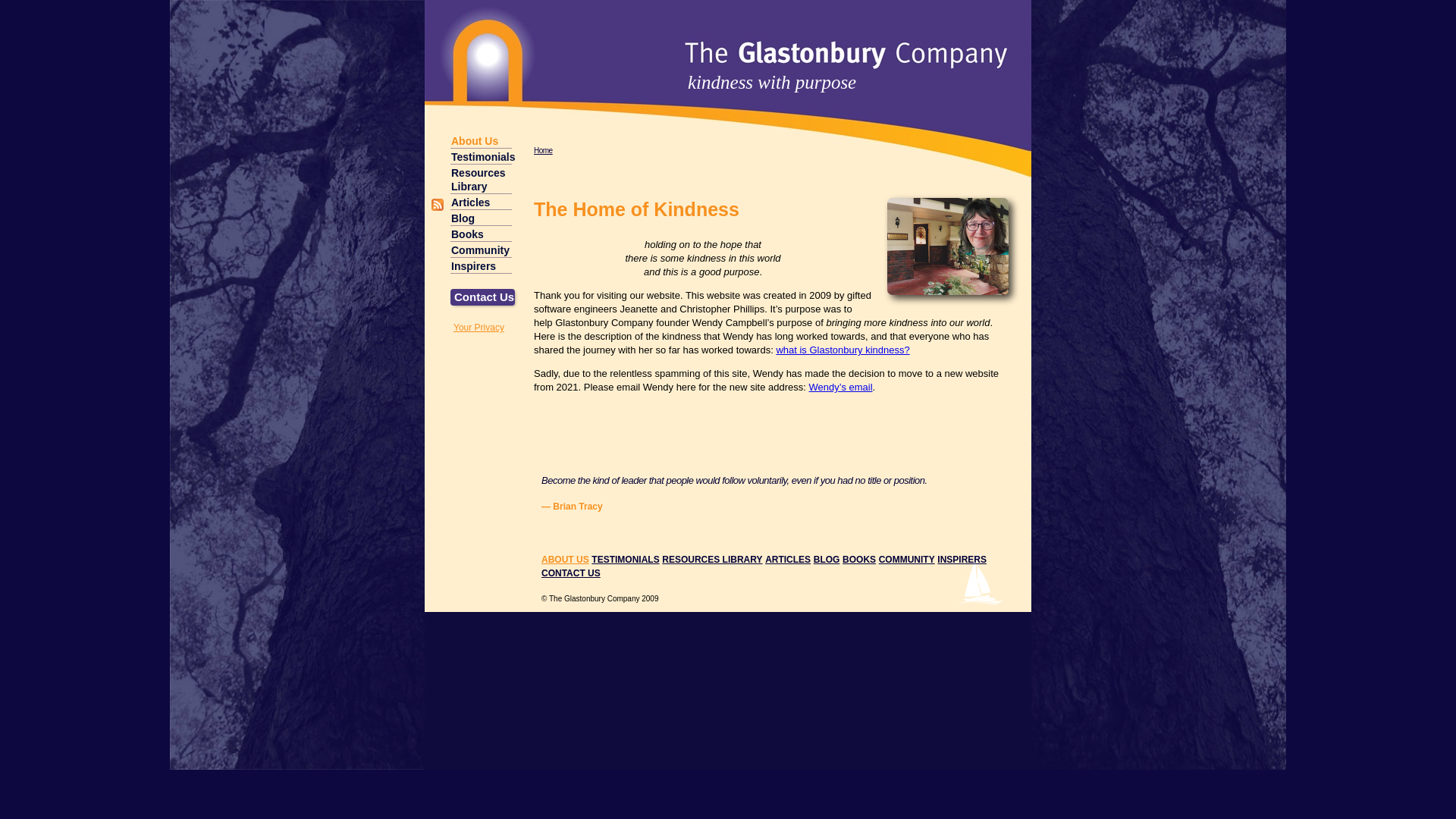 Image resolution: width=1456 pixels, height=819 pixels. I want to click on 'what is Glastonbury kindness?', so click(841, 350).